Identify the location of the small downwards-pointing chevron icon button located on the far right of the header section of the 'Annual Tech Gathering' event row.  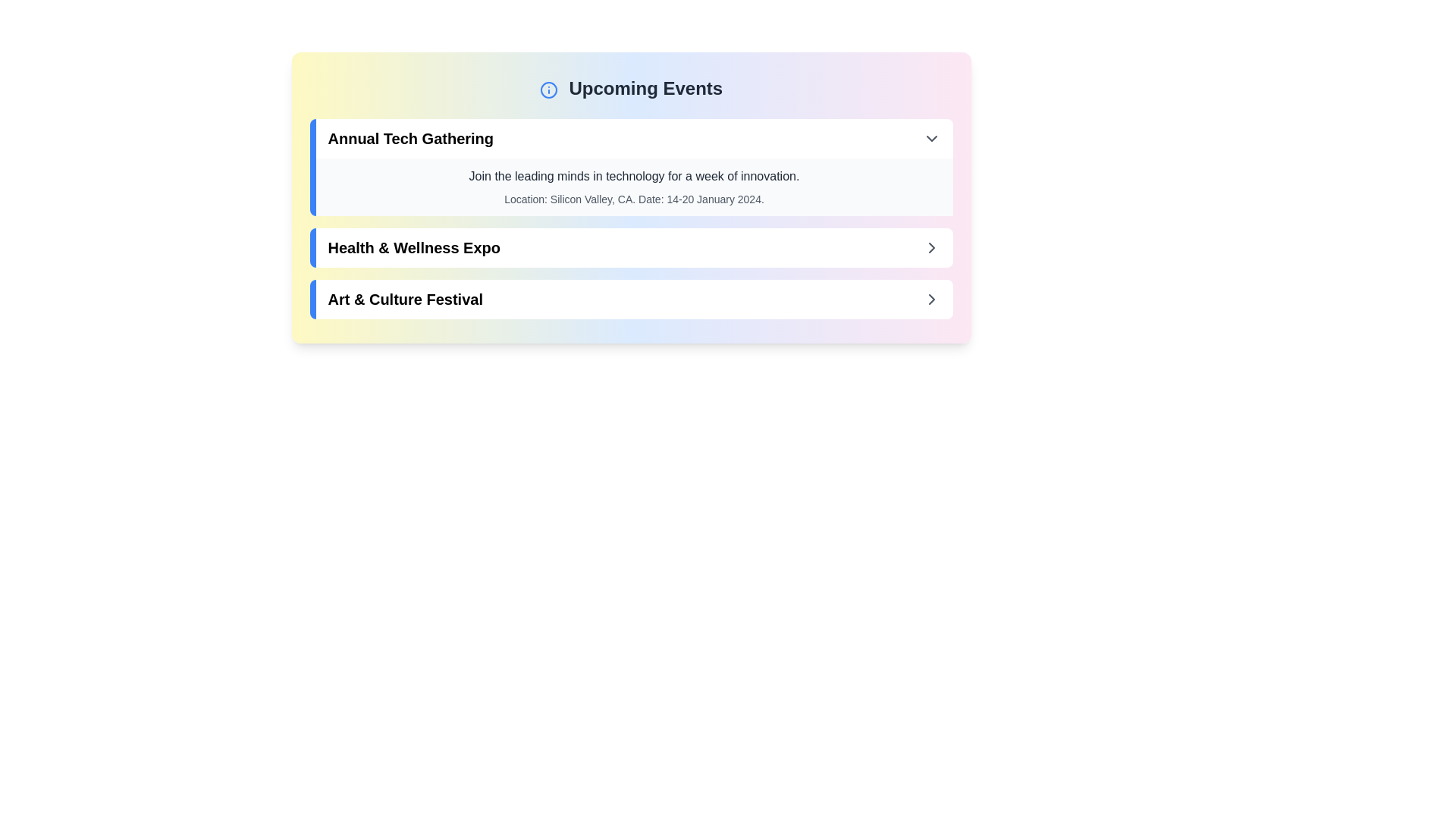
(930, 138).